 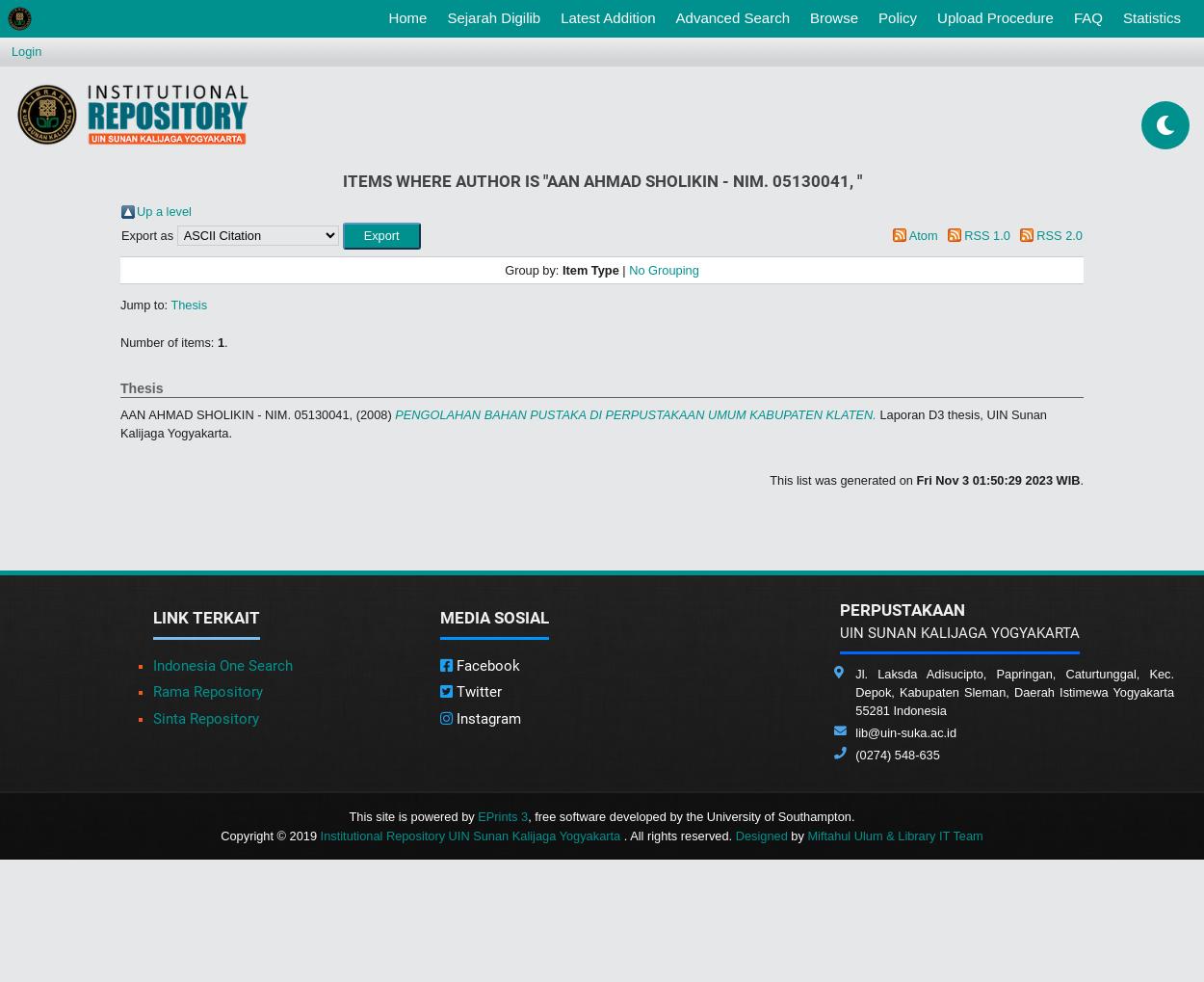 I want to click on 'UIN Sunan Kalijaga Yogyakarta', so click(x=839, y=631).